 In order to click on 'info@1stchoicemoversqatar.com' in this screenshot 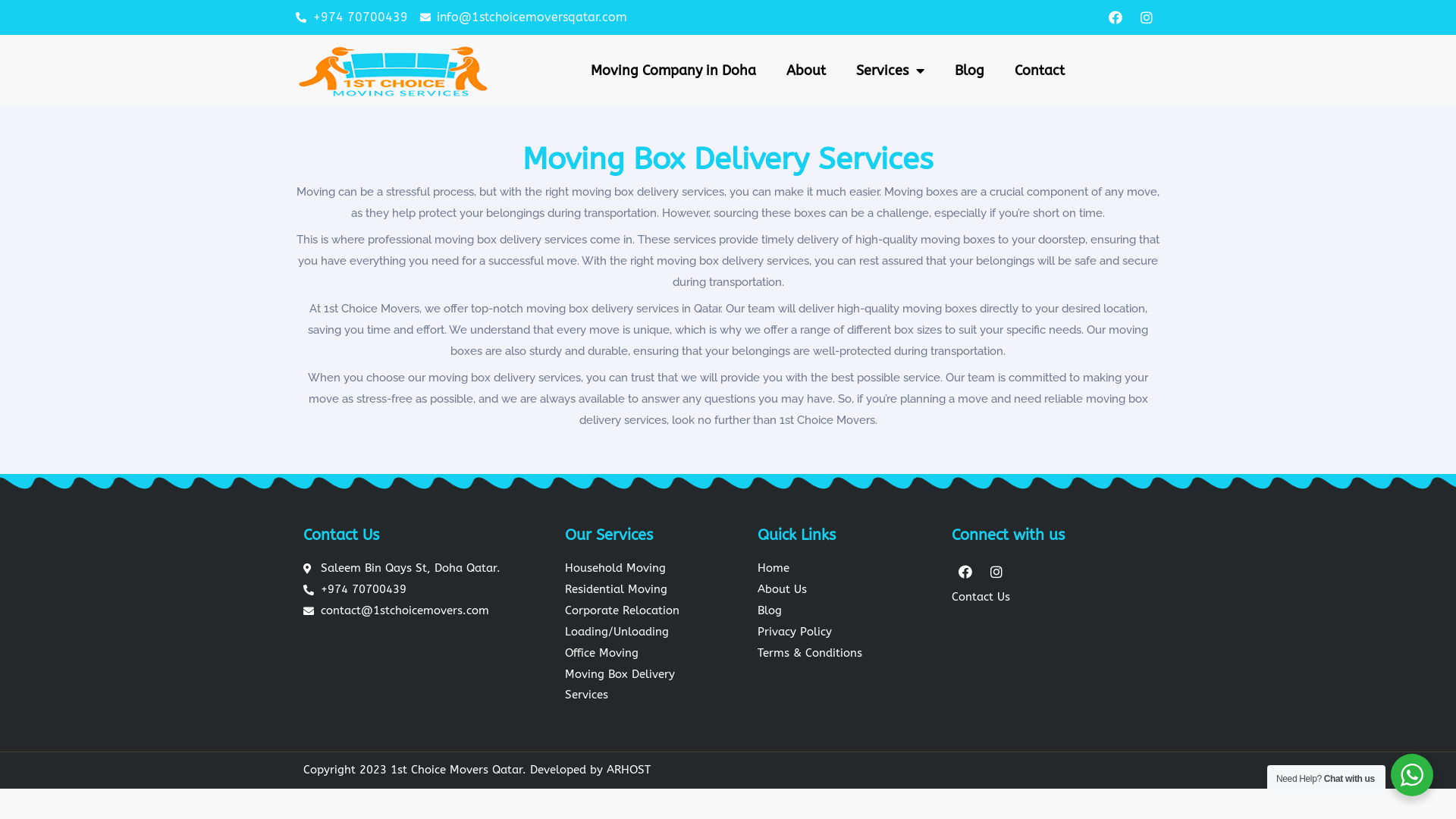, I will do `click(524, 17)`.